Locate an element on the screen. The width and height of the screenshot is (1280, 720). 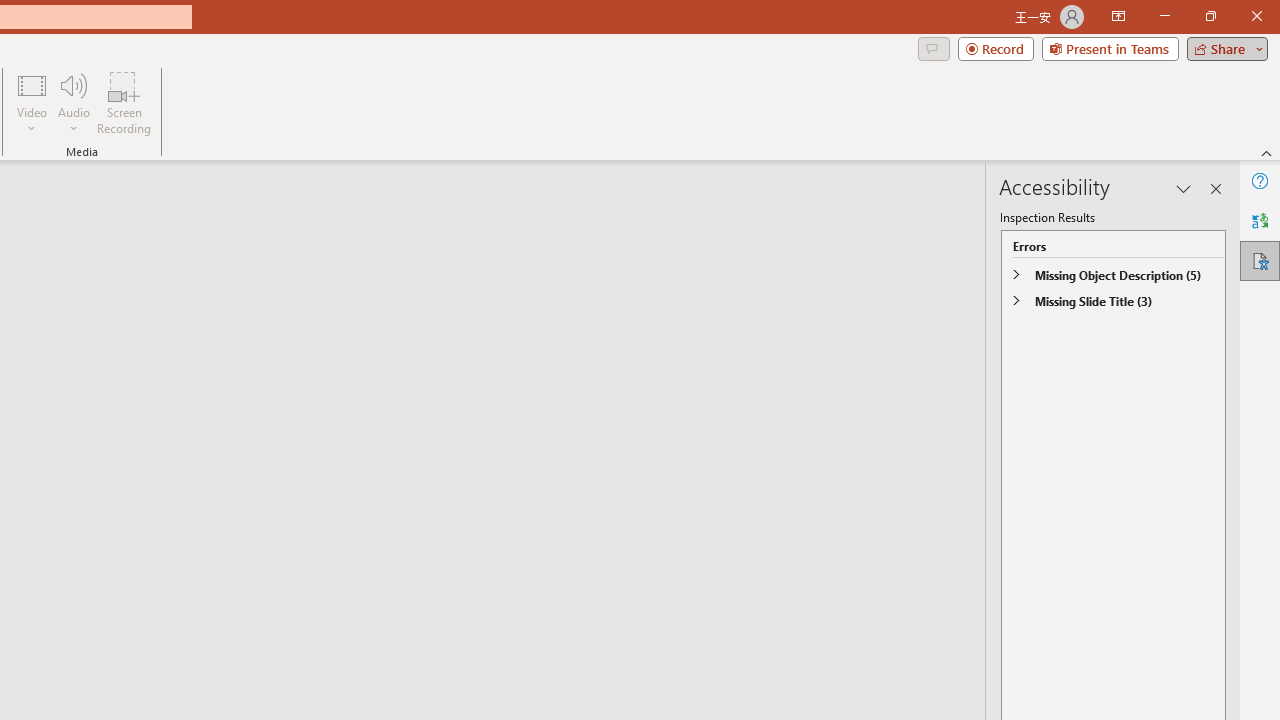
'Close' is located at coordinates (1255, 16).